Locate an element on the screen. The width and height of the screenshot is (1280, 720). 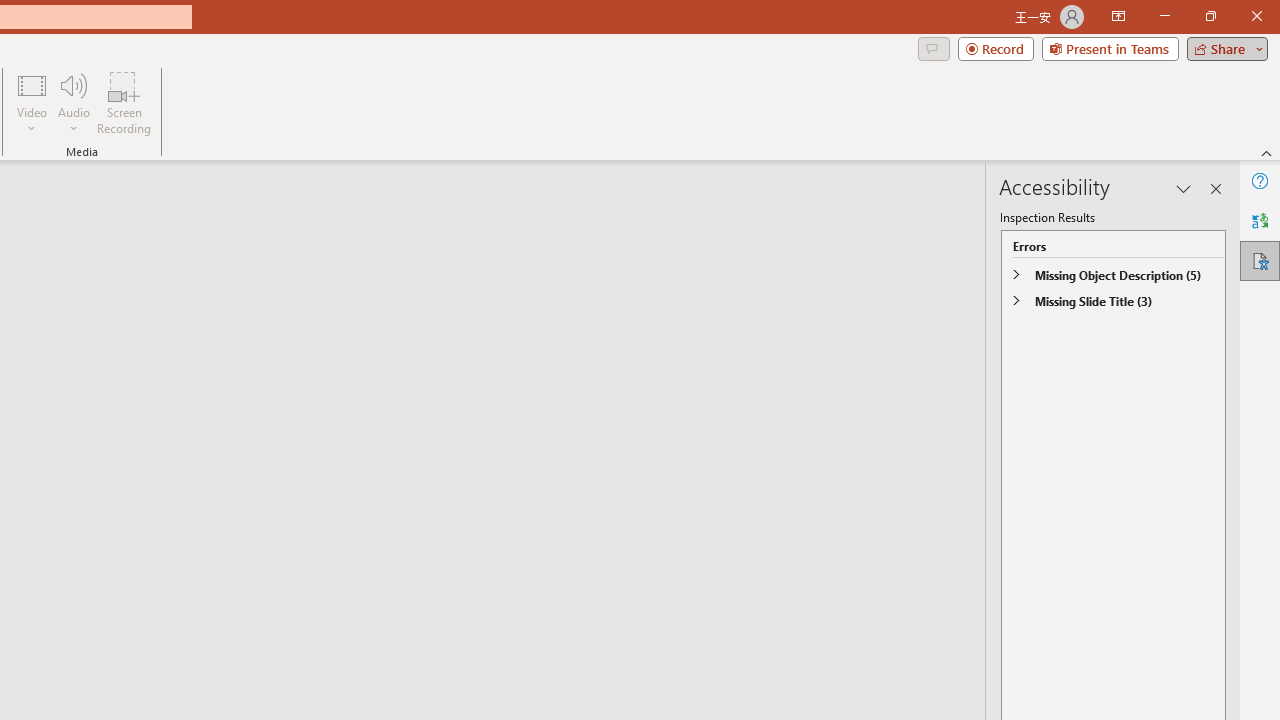
'Close' is located at coordinates (1255, 16).